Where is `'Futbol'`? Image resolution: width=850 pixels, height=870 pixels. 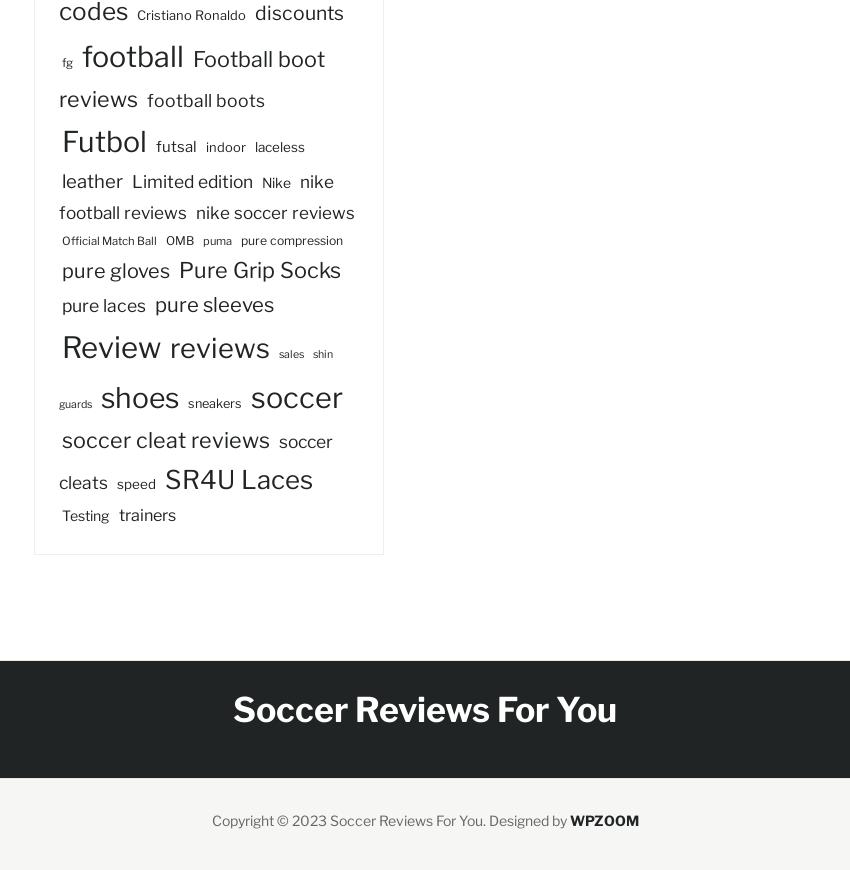
'Futbol' is located at coordinates (103, 139).